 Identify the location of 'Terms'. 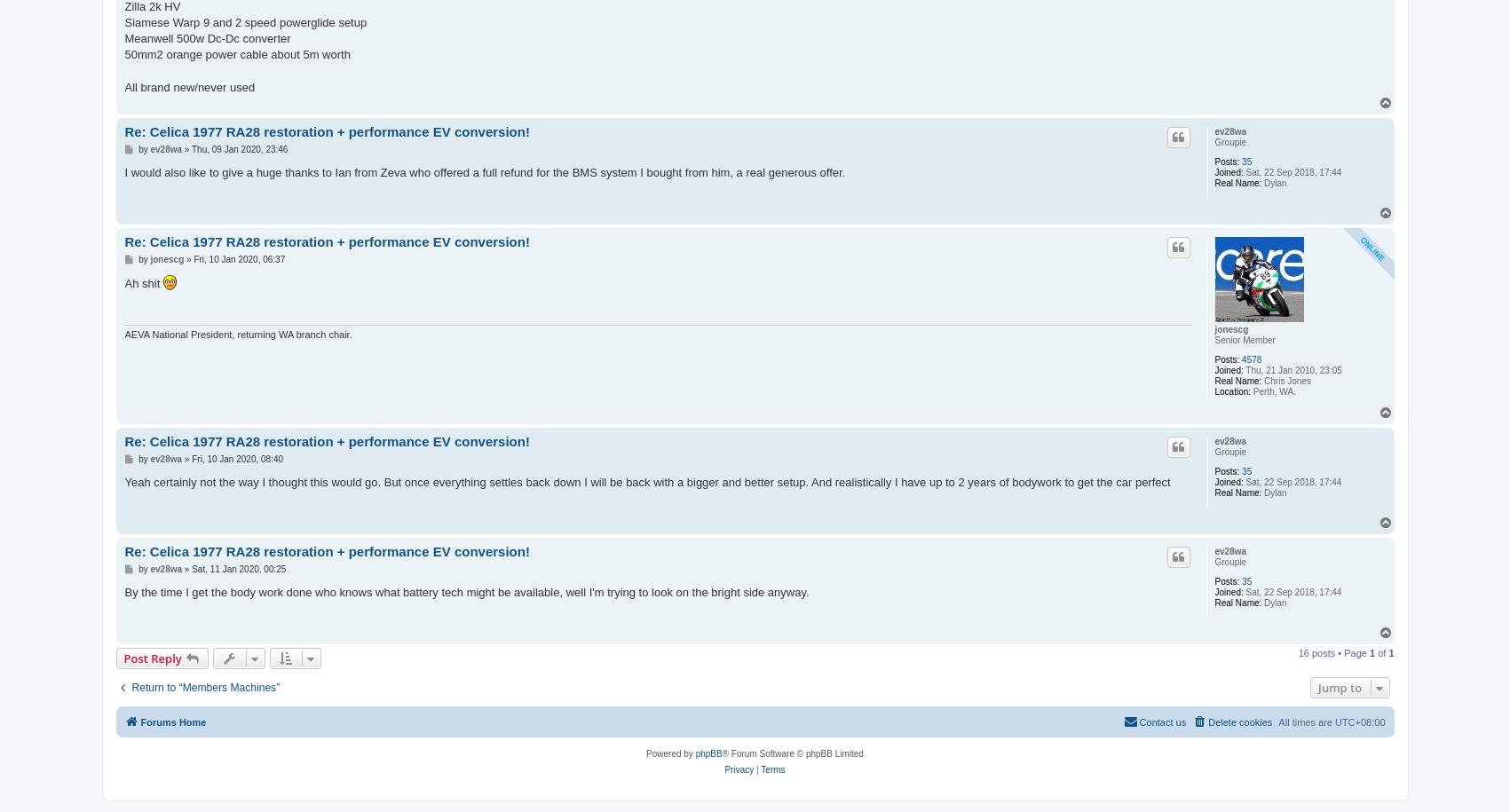
(771, 769).